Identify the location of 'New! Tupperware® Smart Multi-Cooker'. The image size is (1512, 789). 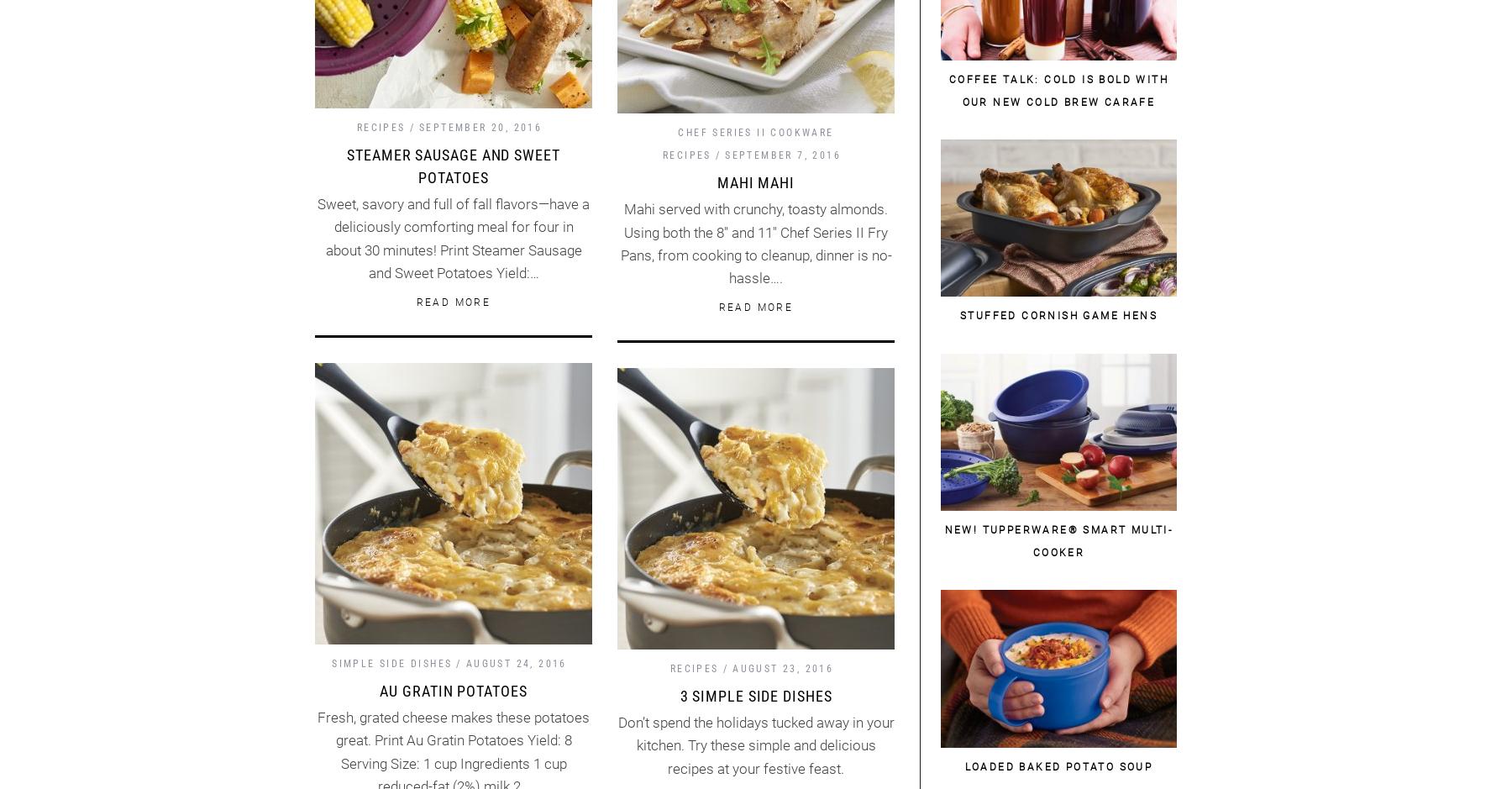
(1058, 539).